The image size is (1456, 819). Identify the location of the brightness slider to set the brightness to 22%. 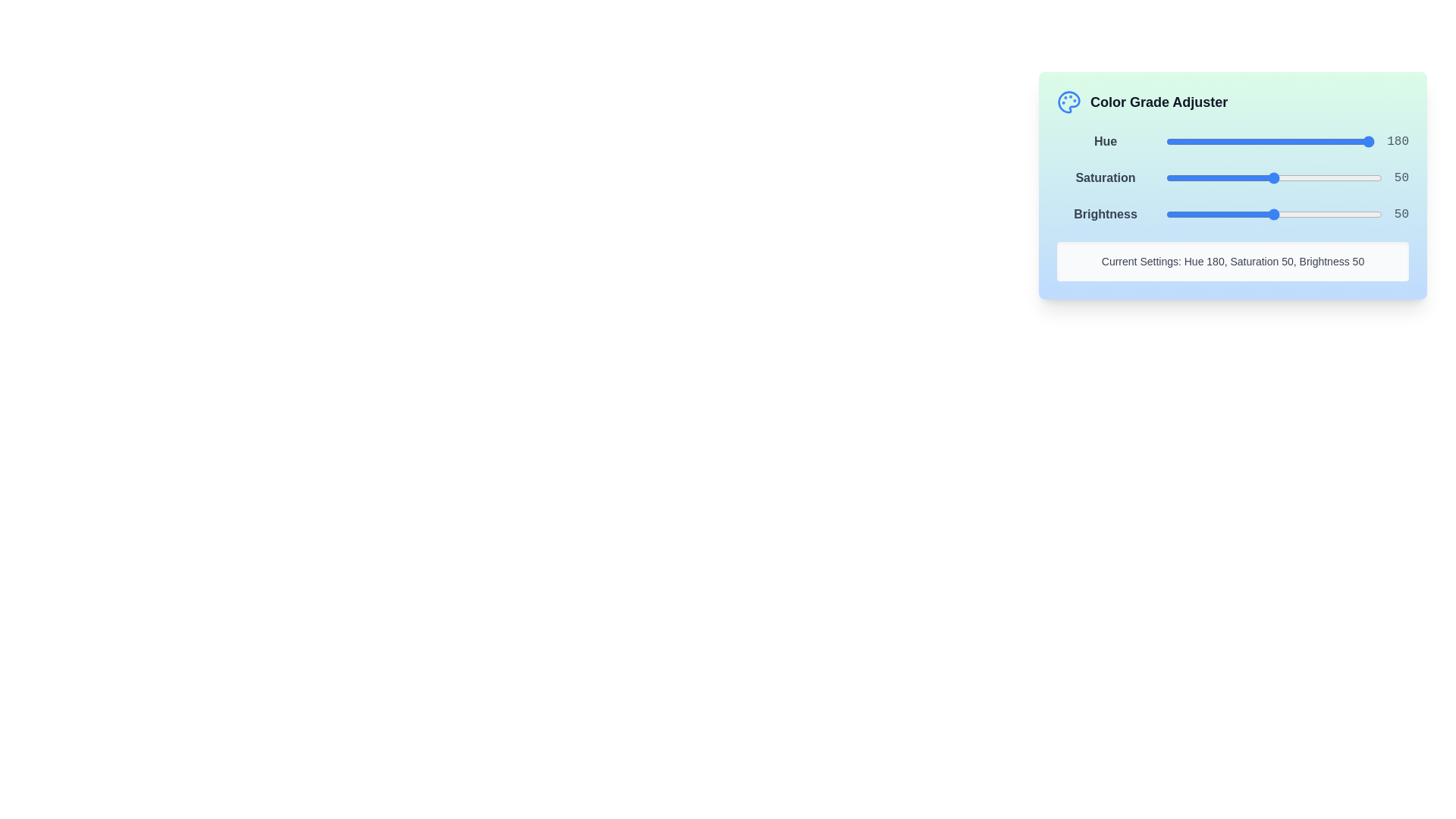
(1213, 214).